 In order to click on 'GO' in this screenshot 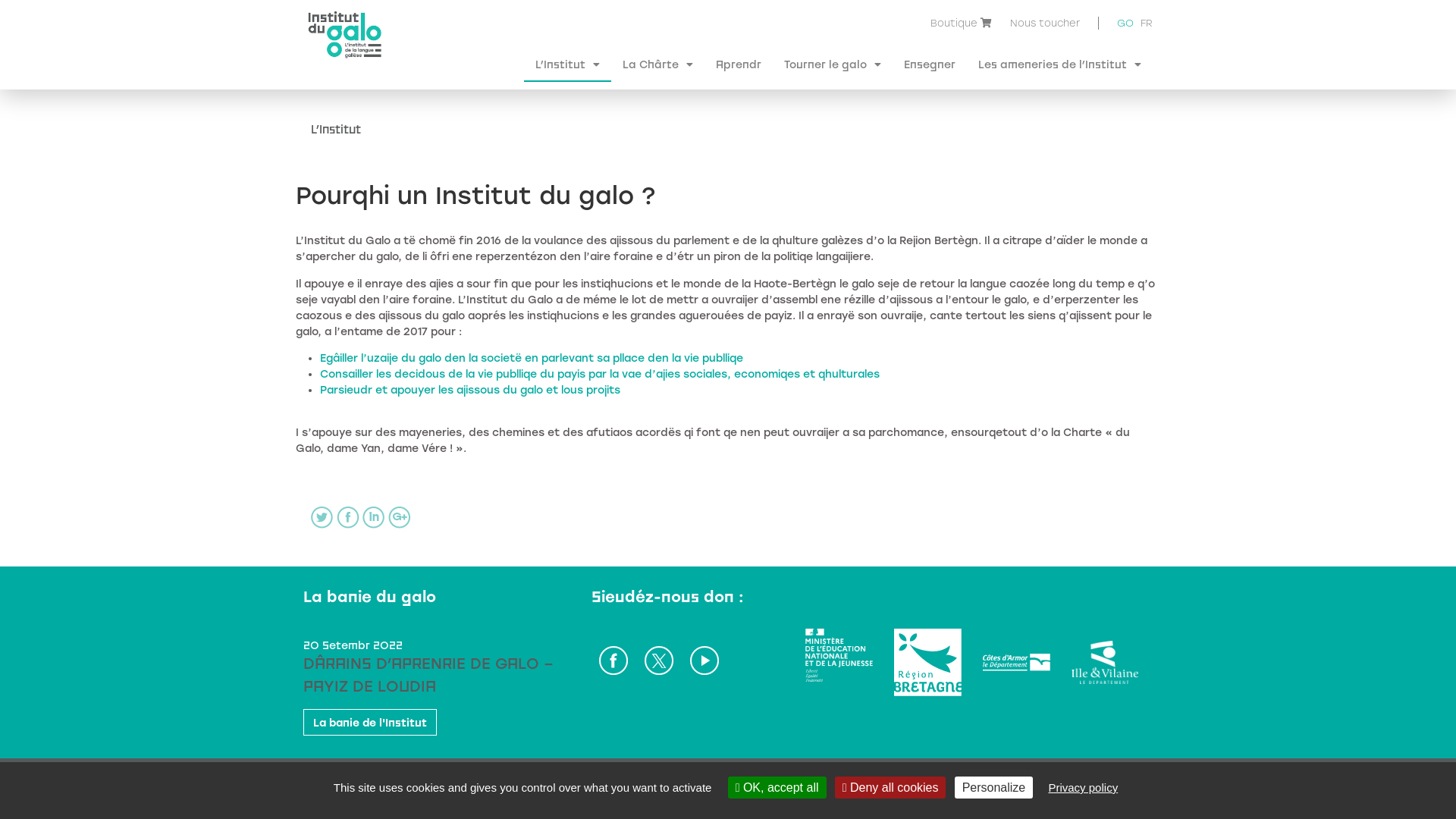, I will do `click(1125, 25)`.